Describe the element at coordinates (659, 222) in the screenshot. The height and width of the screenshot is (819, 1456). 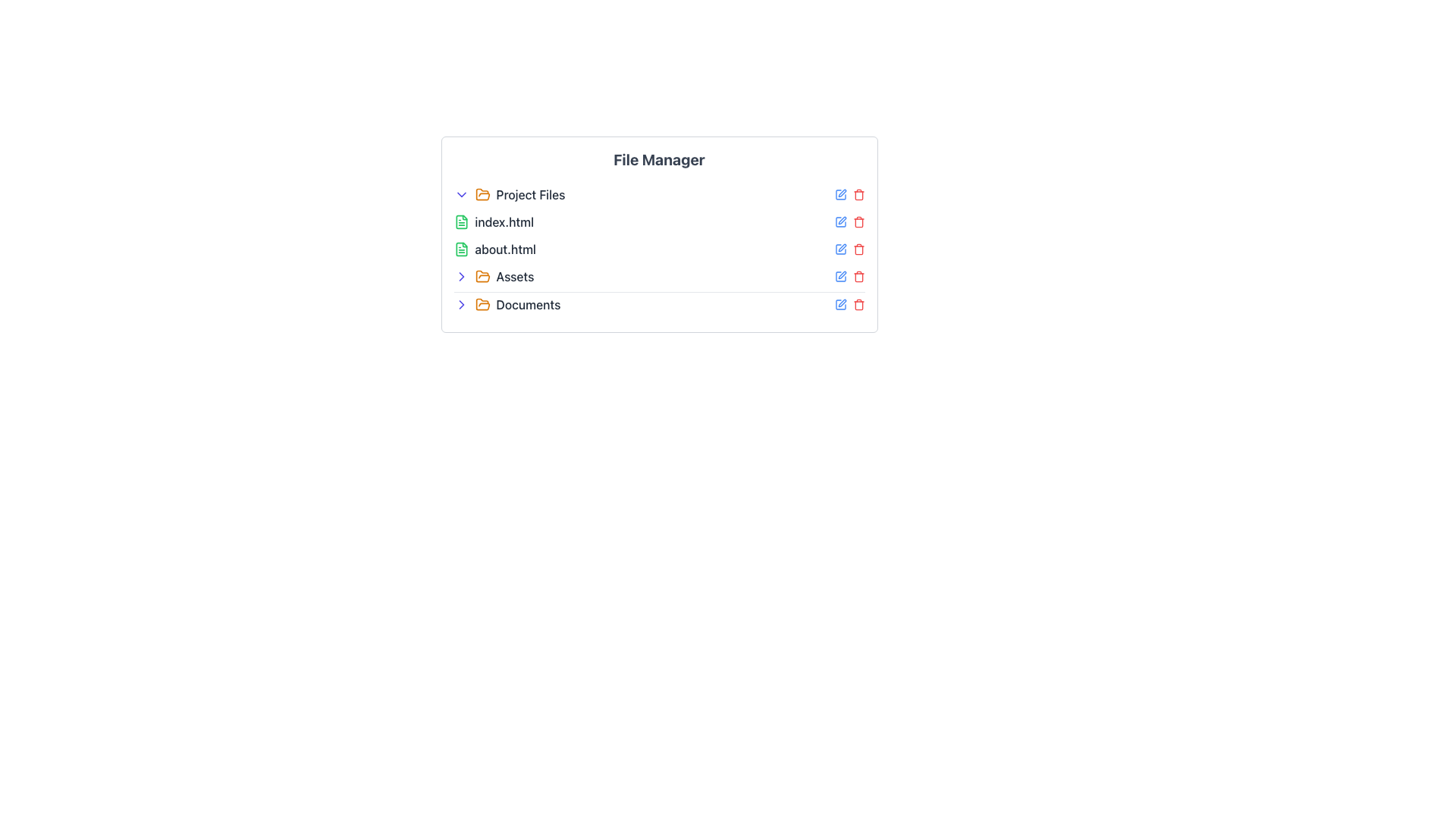
I see `the file entry row for 'index.html' in the file manager` at that location.